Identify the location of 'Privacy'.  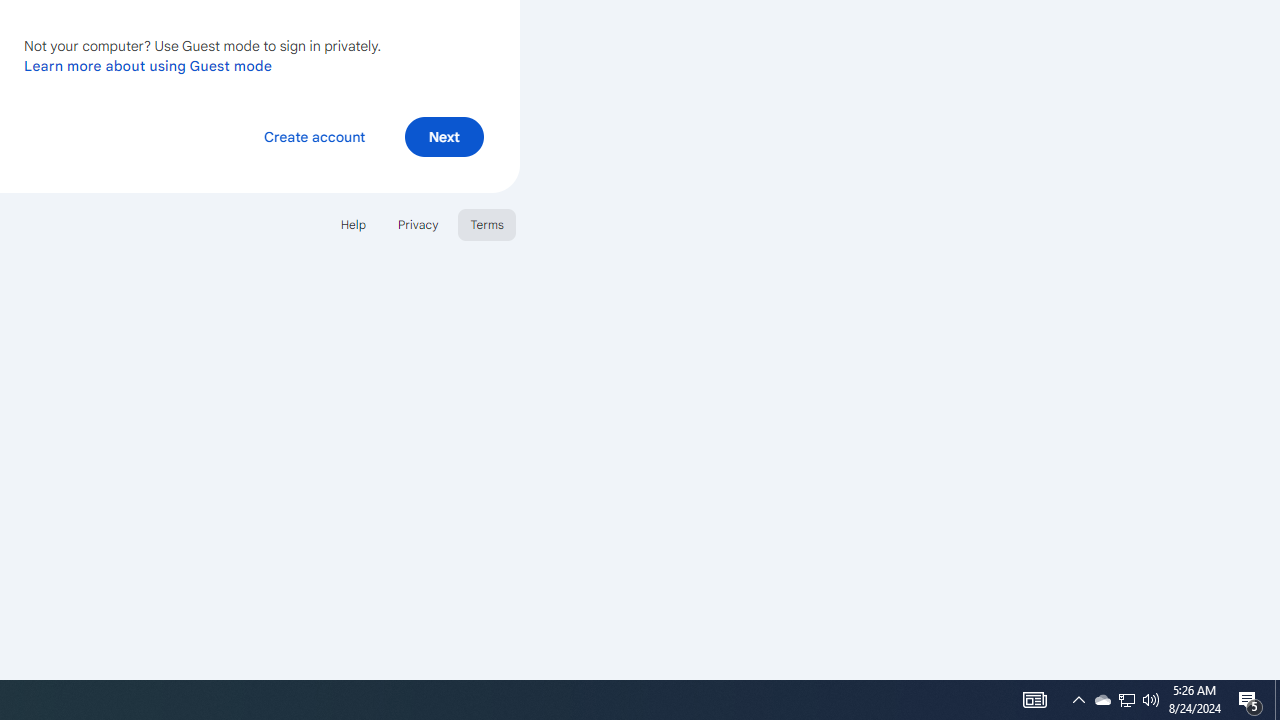
(416, 224).